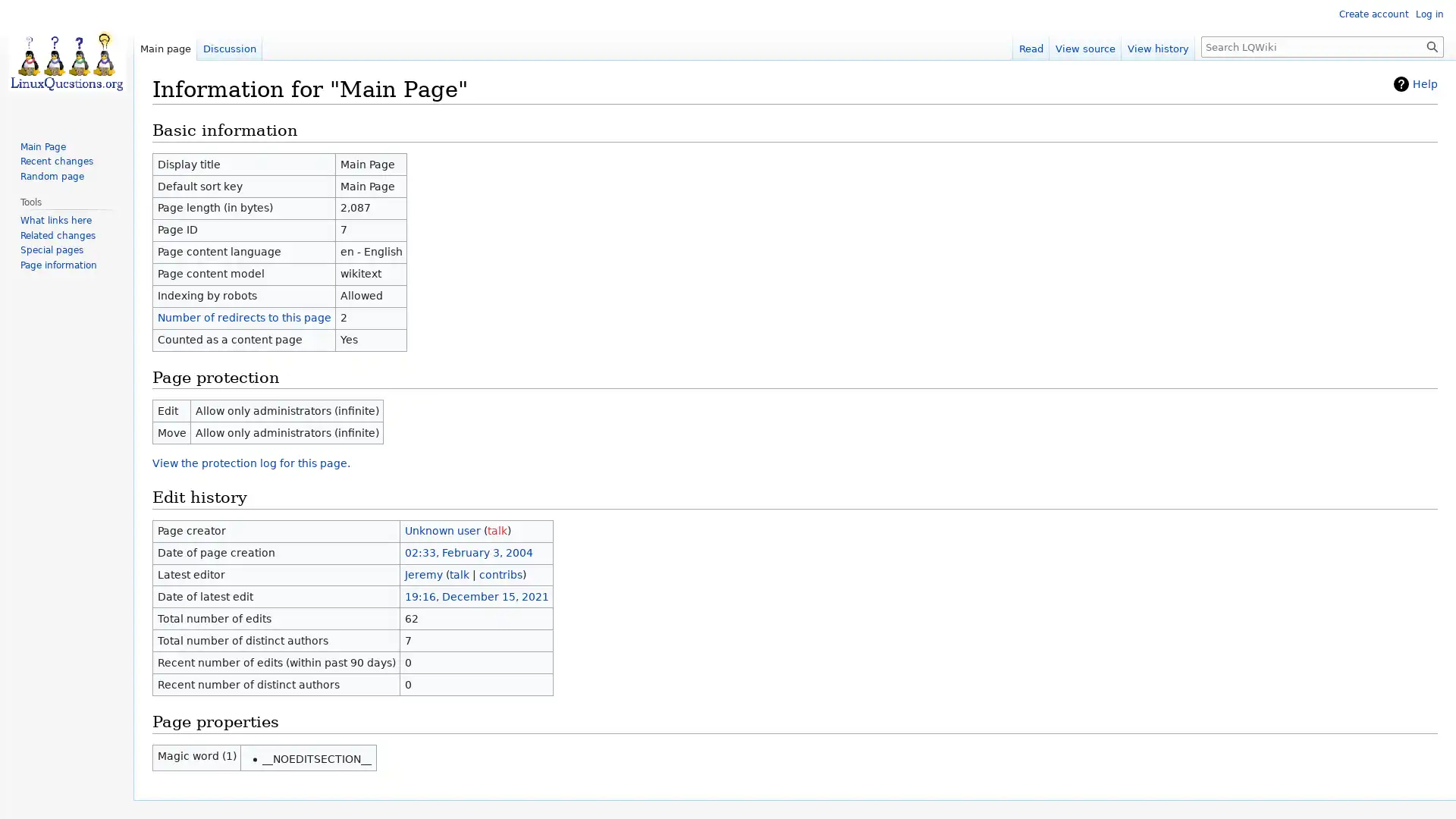 The height and width of the screenshot is (819, 1456). I want to click on Go, so click(1432, 45).